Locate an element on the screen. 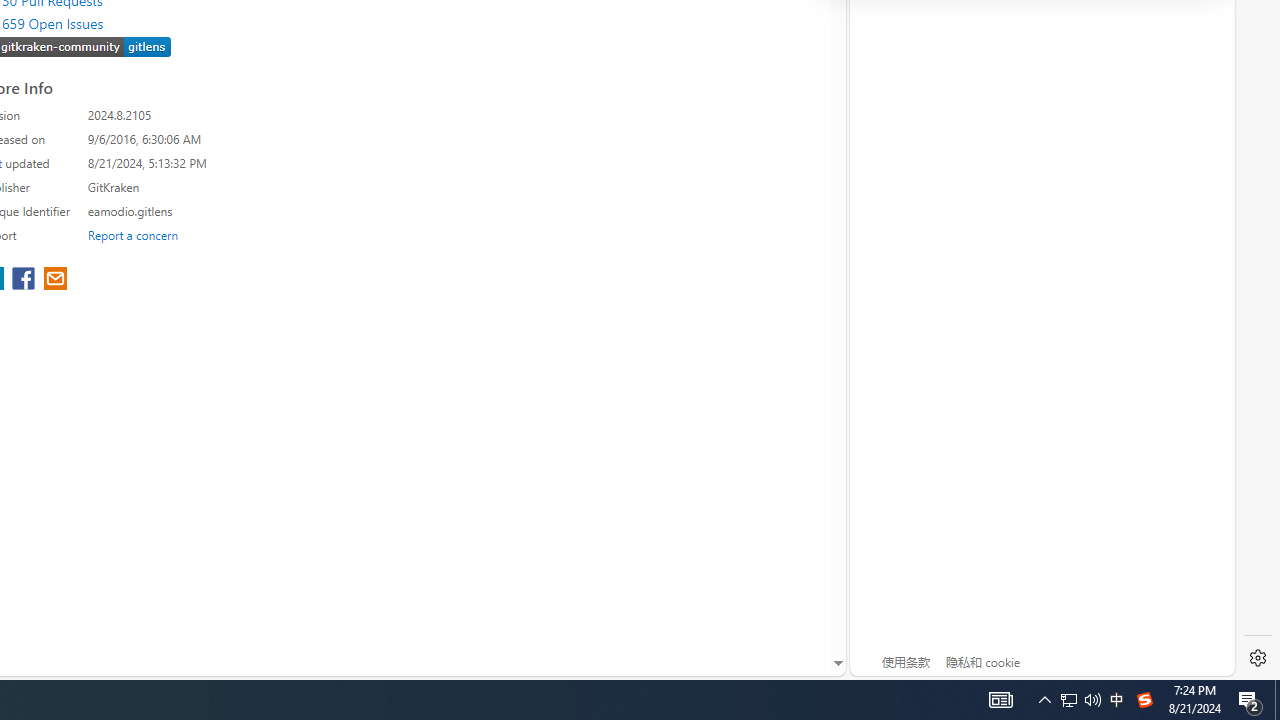  'Report a concern' is located at coordinates (132, 234).